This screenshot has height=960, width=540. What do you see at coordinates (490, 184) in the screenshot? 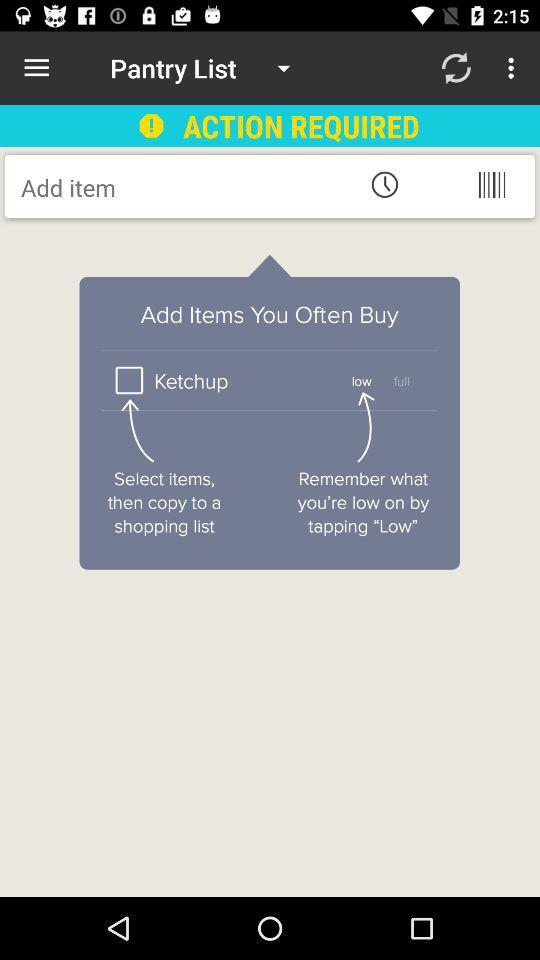
I see `paarcode simple page` at bounding box center [490, 184].